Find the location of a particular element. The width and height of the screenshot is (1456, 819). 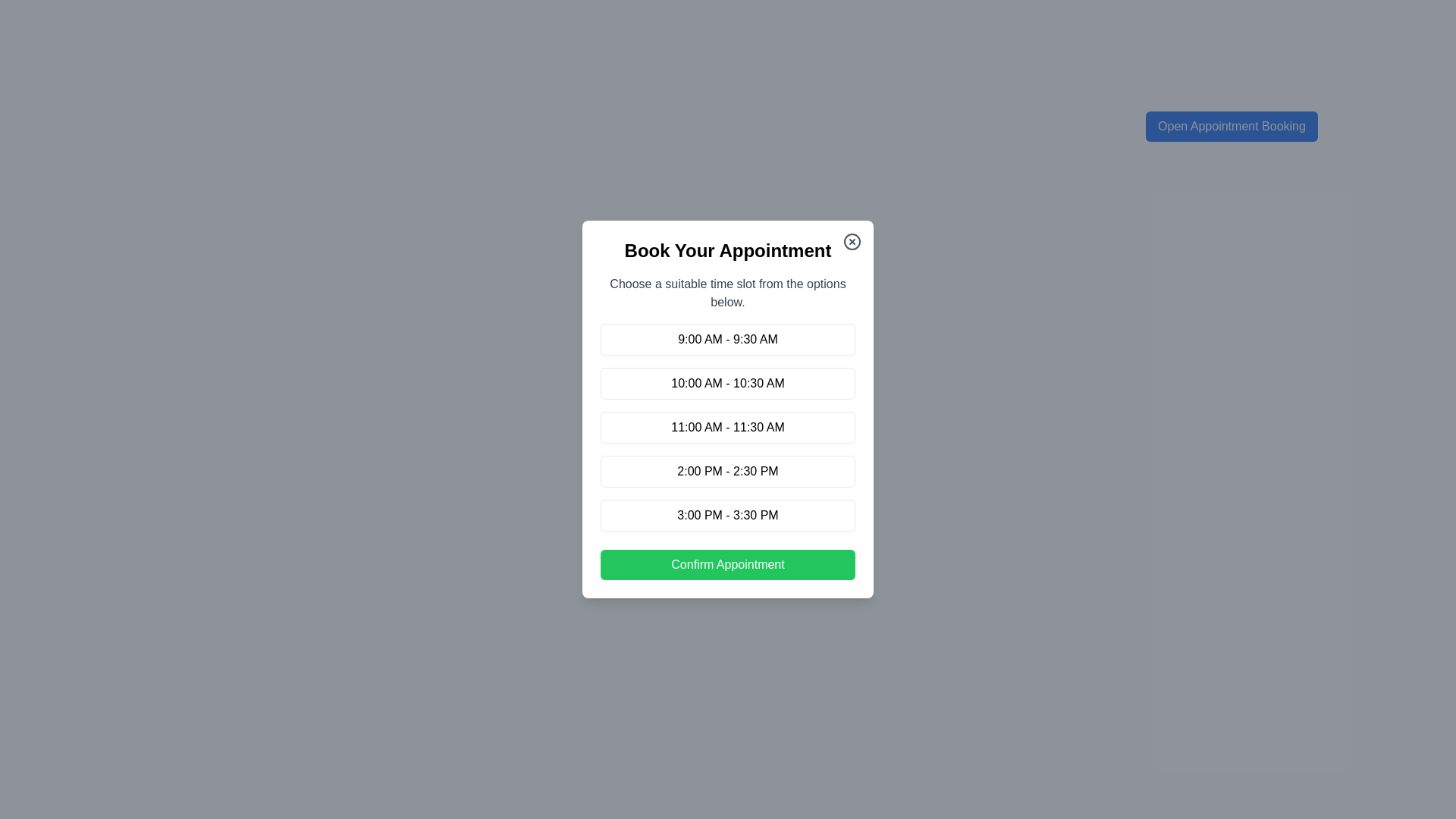

the fourth selectable time slot button labeled '2:00 PM - 2:30 PM' is located at coordinates (728, 470).